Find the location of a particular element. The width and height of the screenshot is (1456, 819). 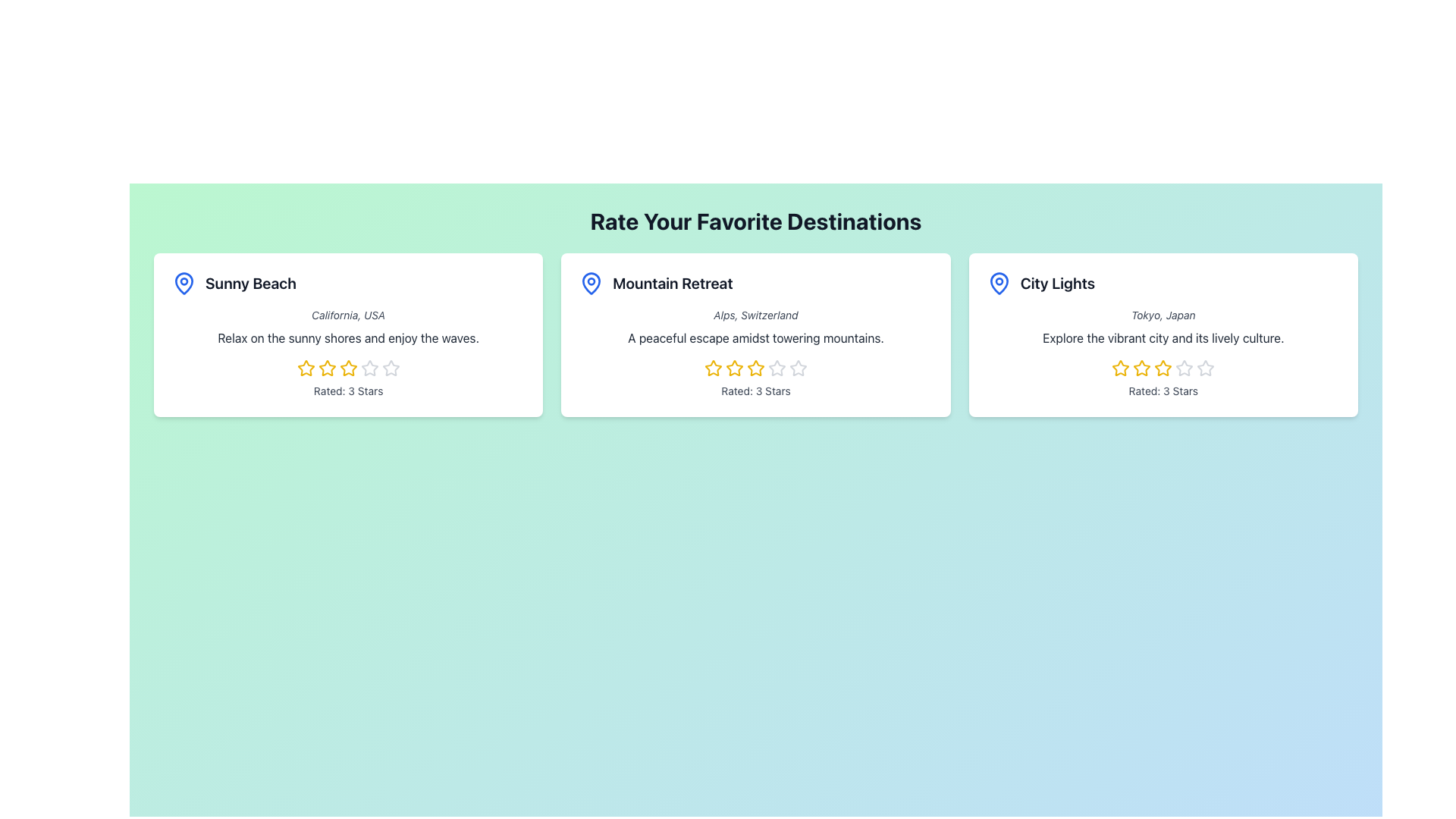

the fourth star in the rating group for 'Mountain Retreat' is located at coordinates (756, 369).